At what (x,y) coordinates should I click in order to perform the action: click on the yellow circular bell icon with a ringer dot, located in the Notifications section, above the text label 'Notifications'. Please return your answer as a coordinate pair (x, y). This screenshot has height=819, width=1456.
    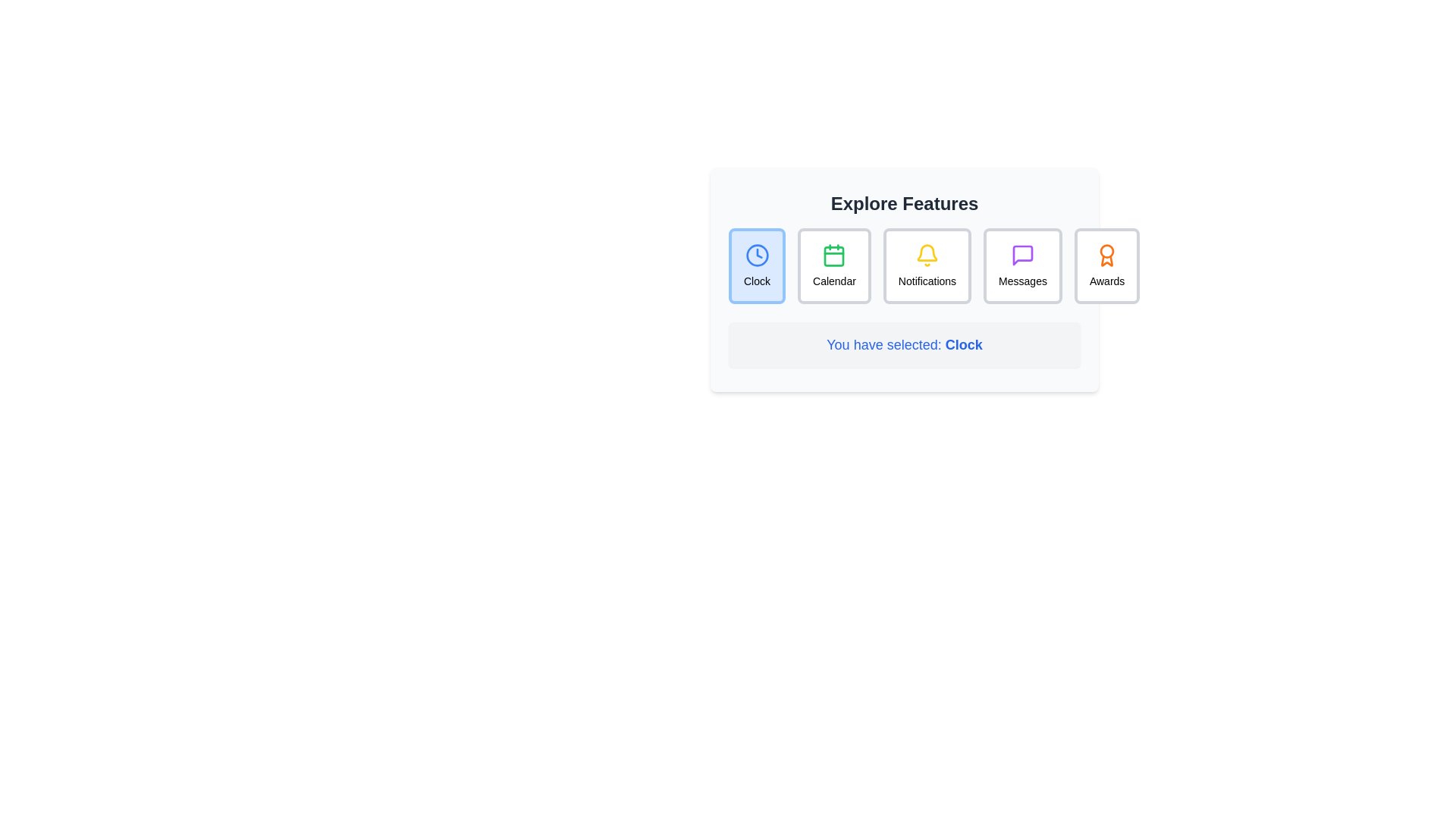
    Looking at the image, I should click on (927, 254).